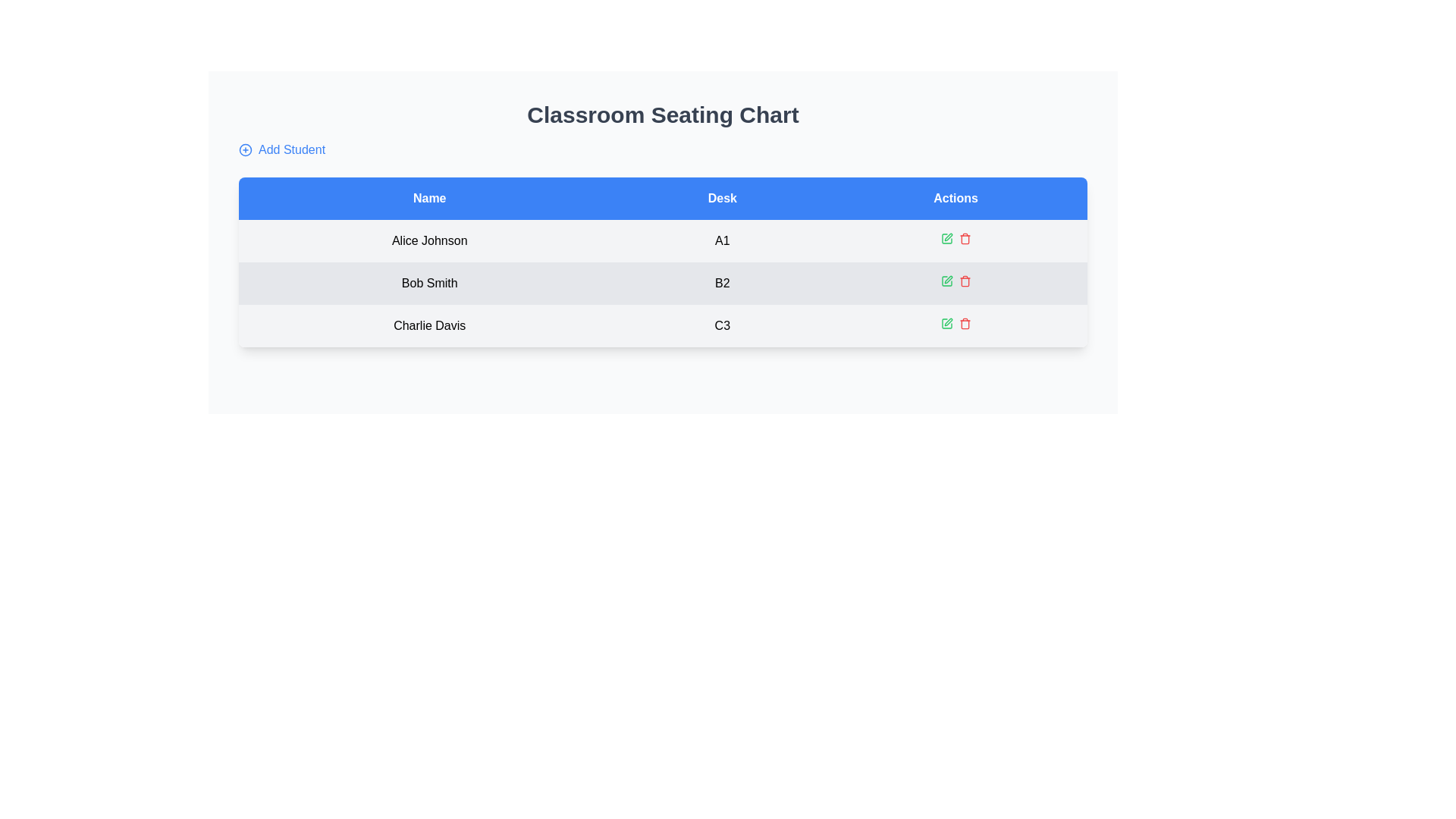 This screenshot has width=1456, height=819. Describe the element at coordinates (964, 281) in the screenshot. I see `the red trash can icon button in the 'Actions' column of the second row` at that location.